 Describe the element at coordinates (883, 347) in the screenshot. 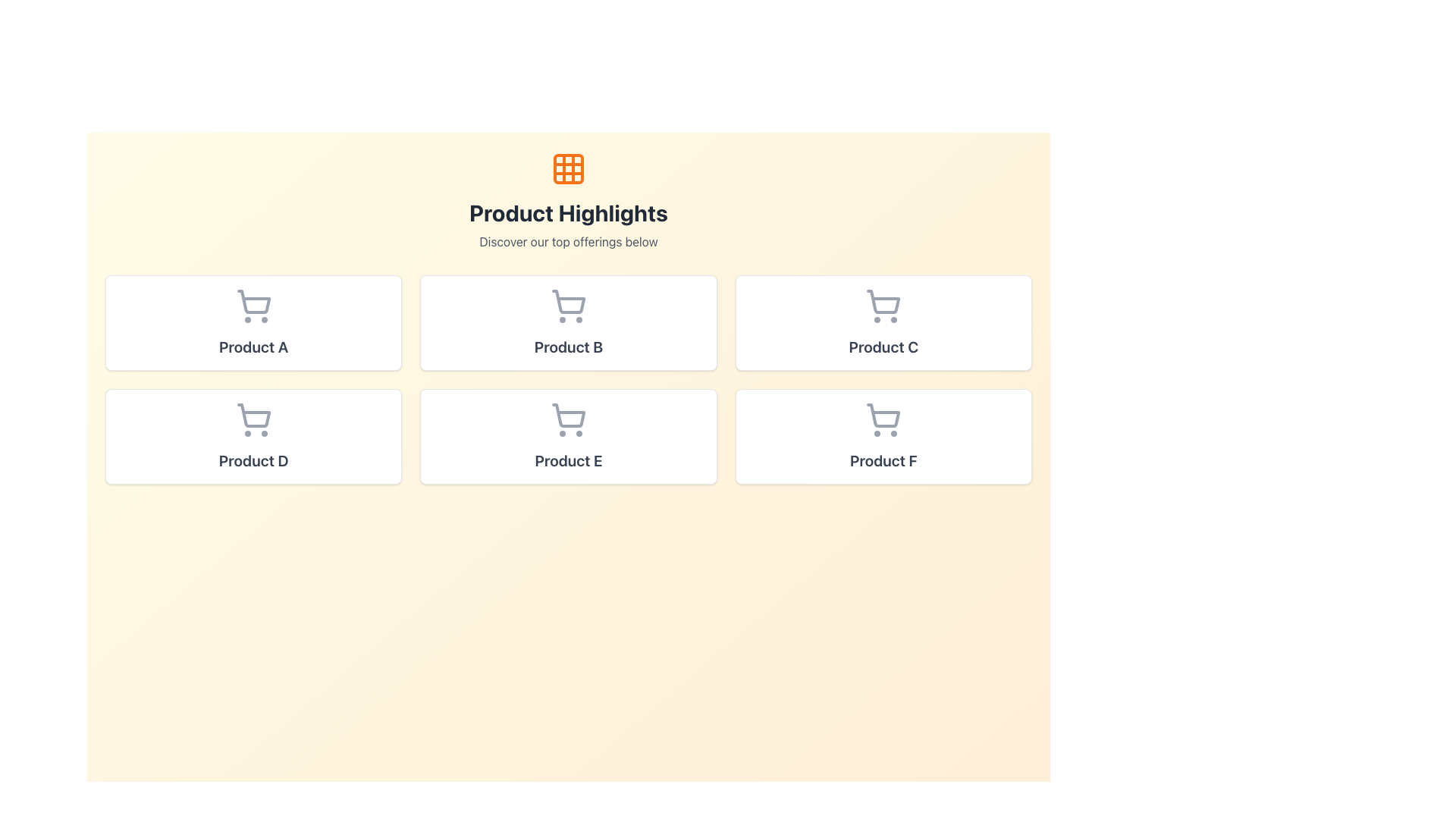

I see `the Text Label identifying 'Product C' located in the top-right corner of the card grid arrangement` at that location.